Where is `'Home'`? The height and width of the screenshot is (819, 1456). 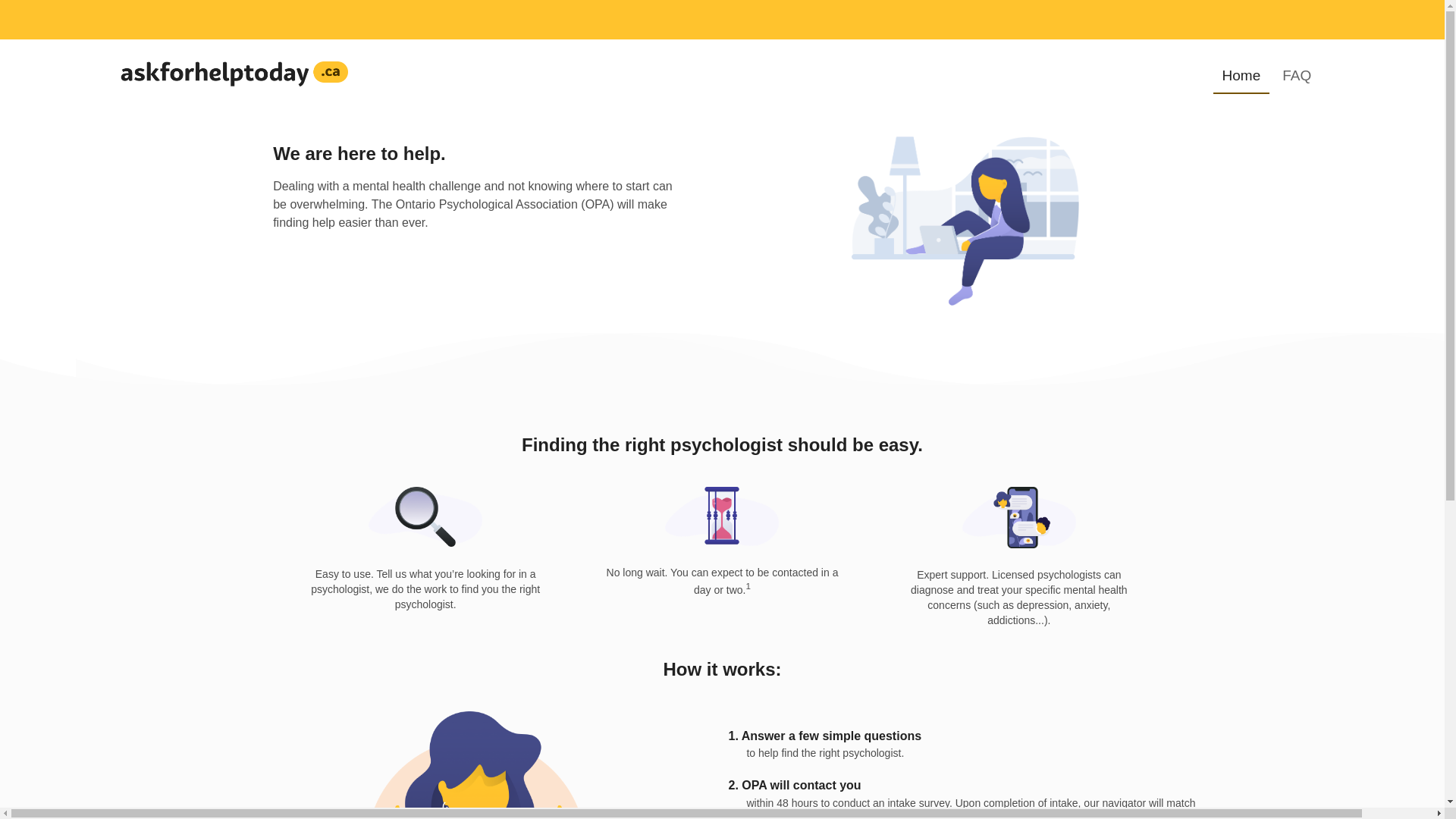
'Home' is located at coordinates (1241, 76).